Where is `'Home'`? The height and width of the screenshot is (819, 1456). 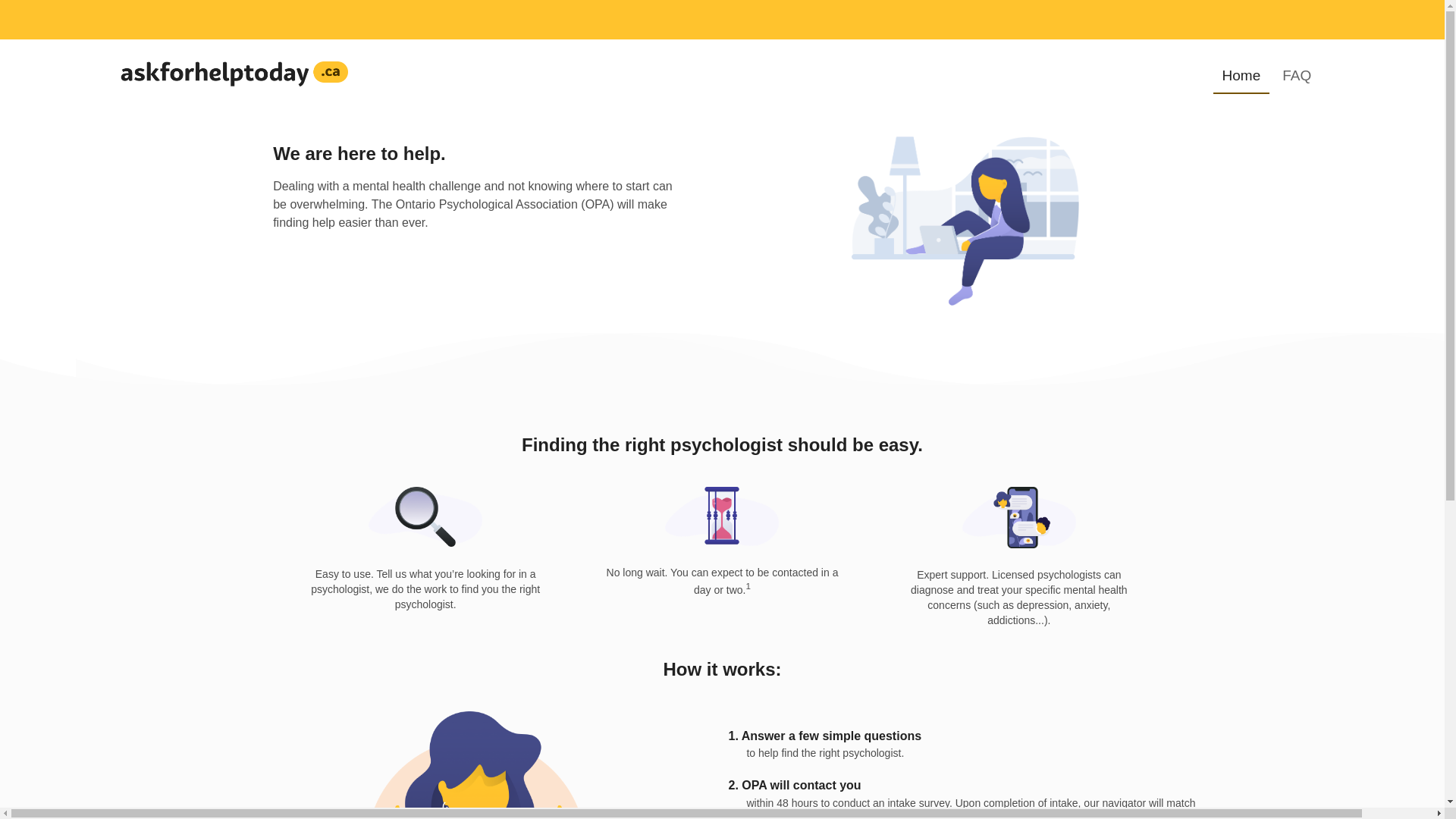
'Home' is located at coordinates (1241, 76).